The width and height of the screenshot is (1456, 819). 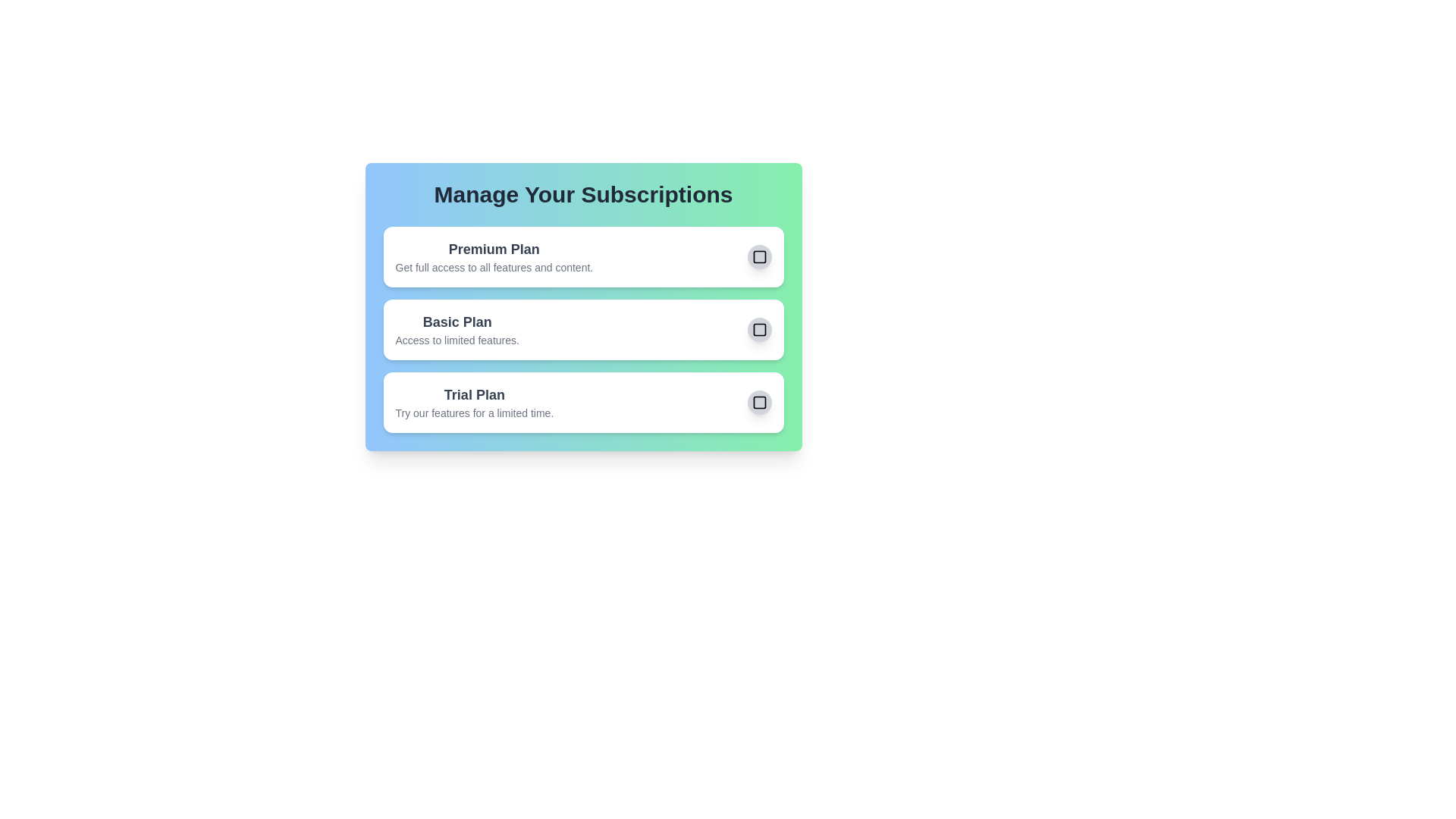 I want to click on the 'Trial Plan' subscription card located in the 'Manage Your Subscriptions' section, so click(x=582, y=402).